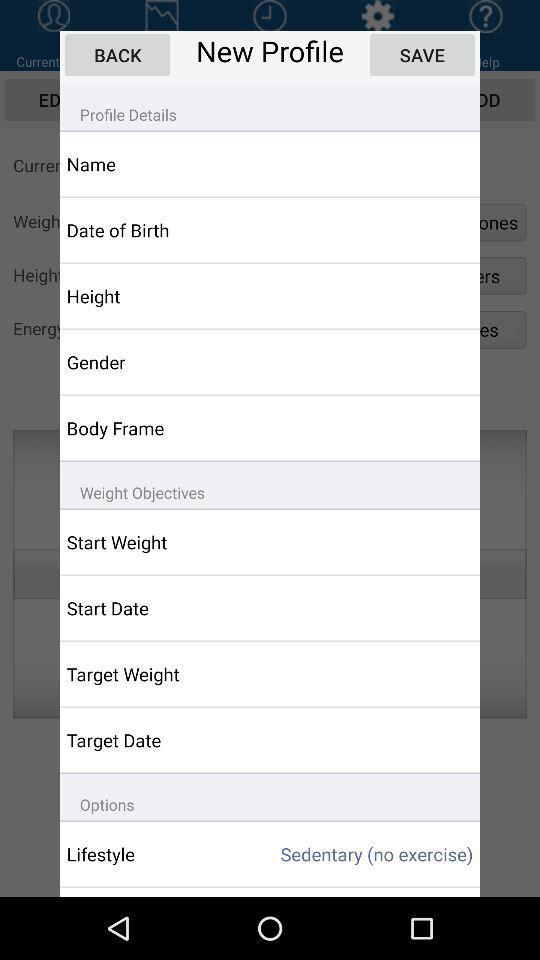  I want to click on start weight item, so click(155, 542).